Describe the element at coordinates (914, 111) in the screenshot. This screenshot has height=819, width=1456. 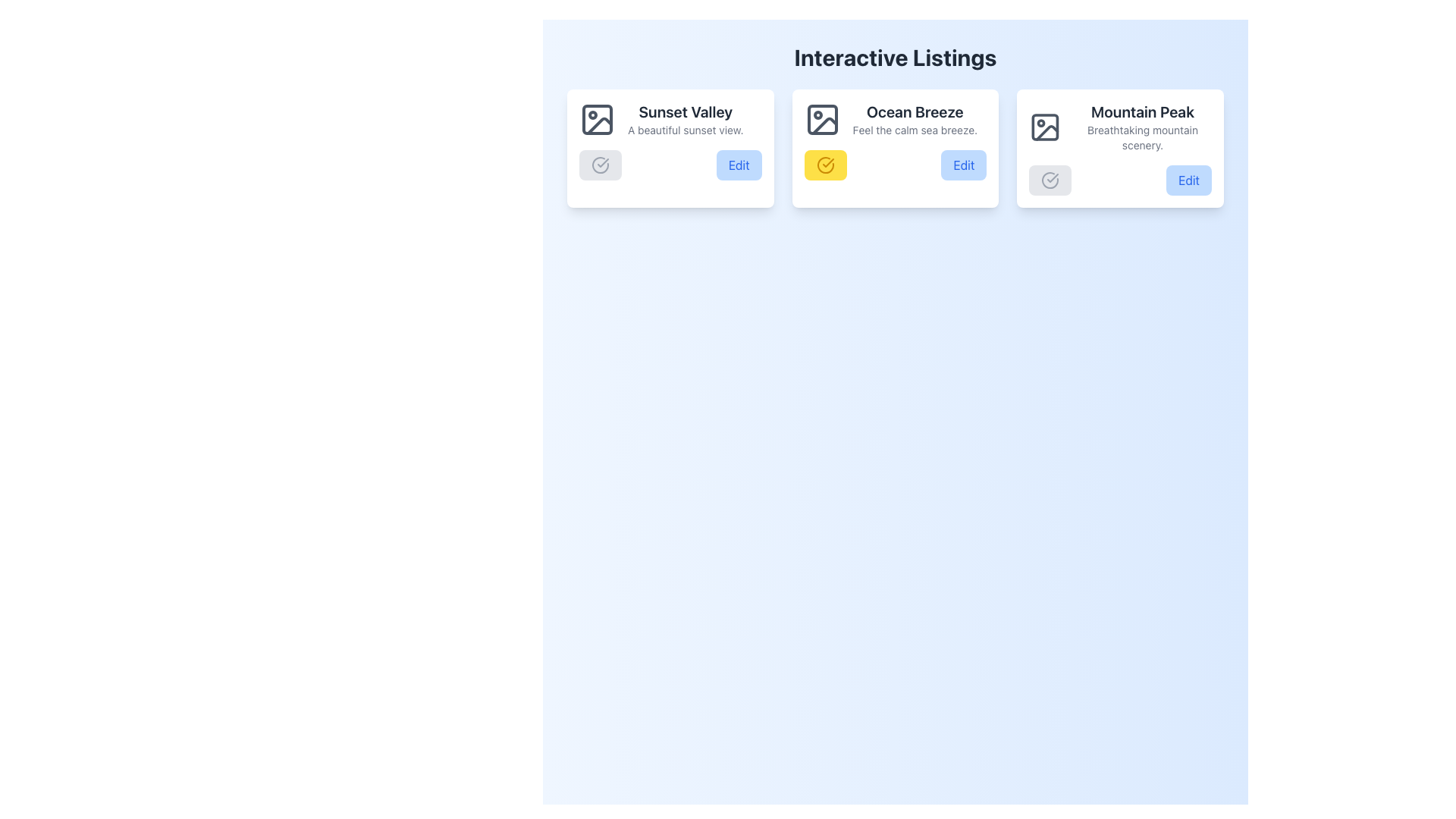
I see `the title text of the second card labeled 'Ocean Breeze' in the listing, which provides a description of the listed item` at that location.